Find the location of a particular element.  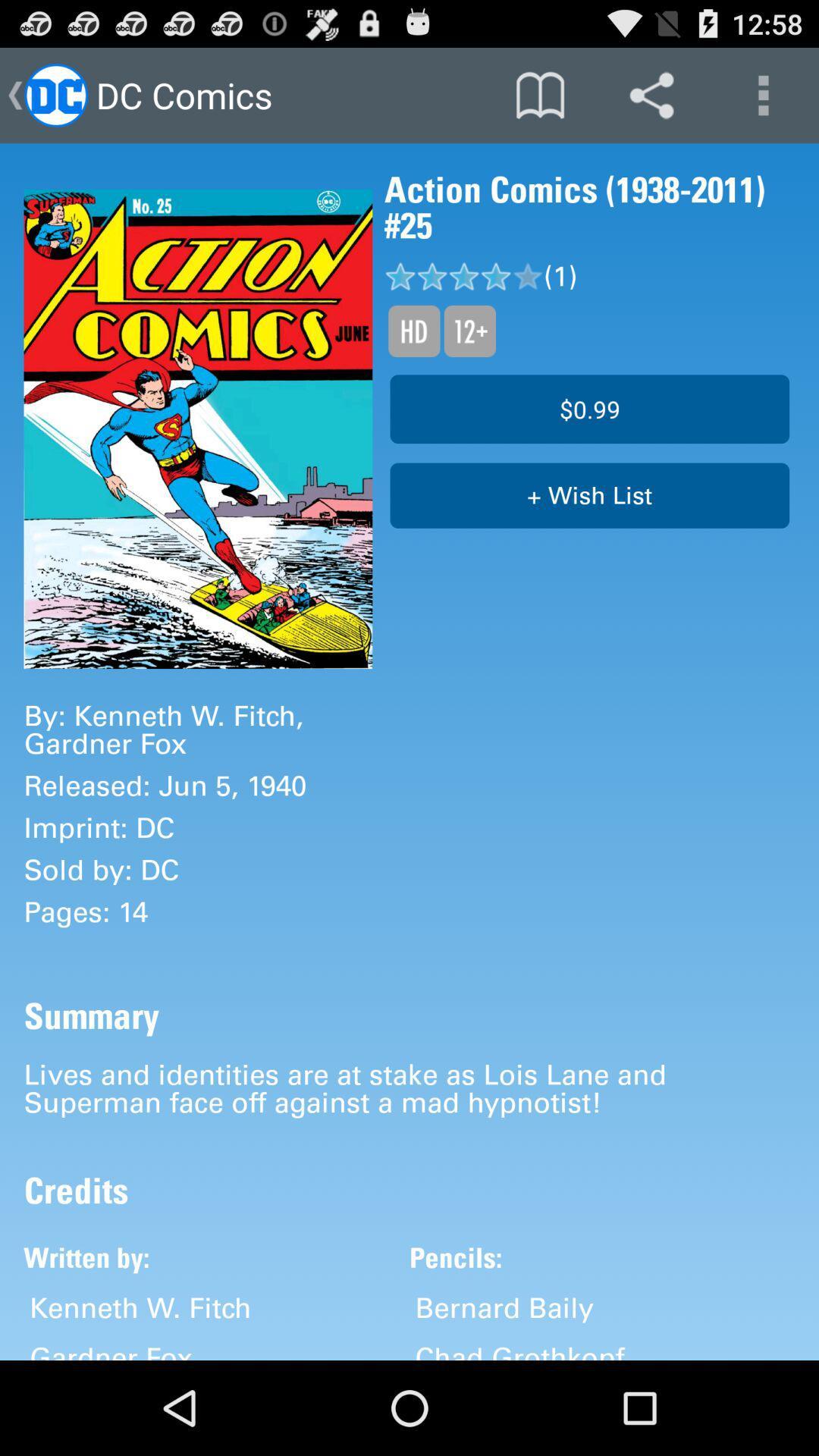

$0.99 is located at coordinates (588, 409).